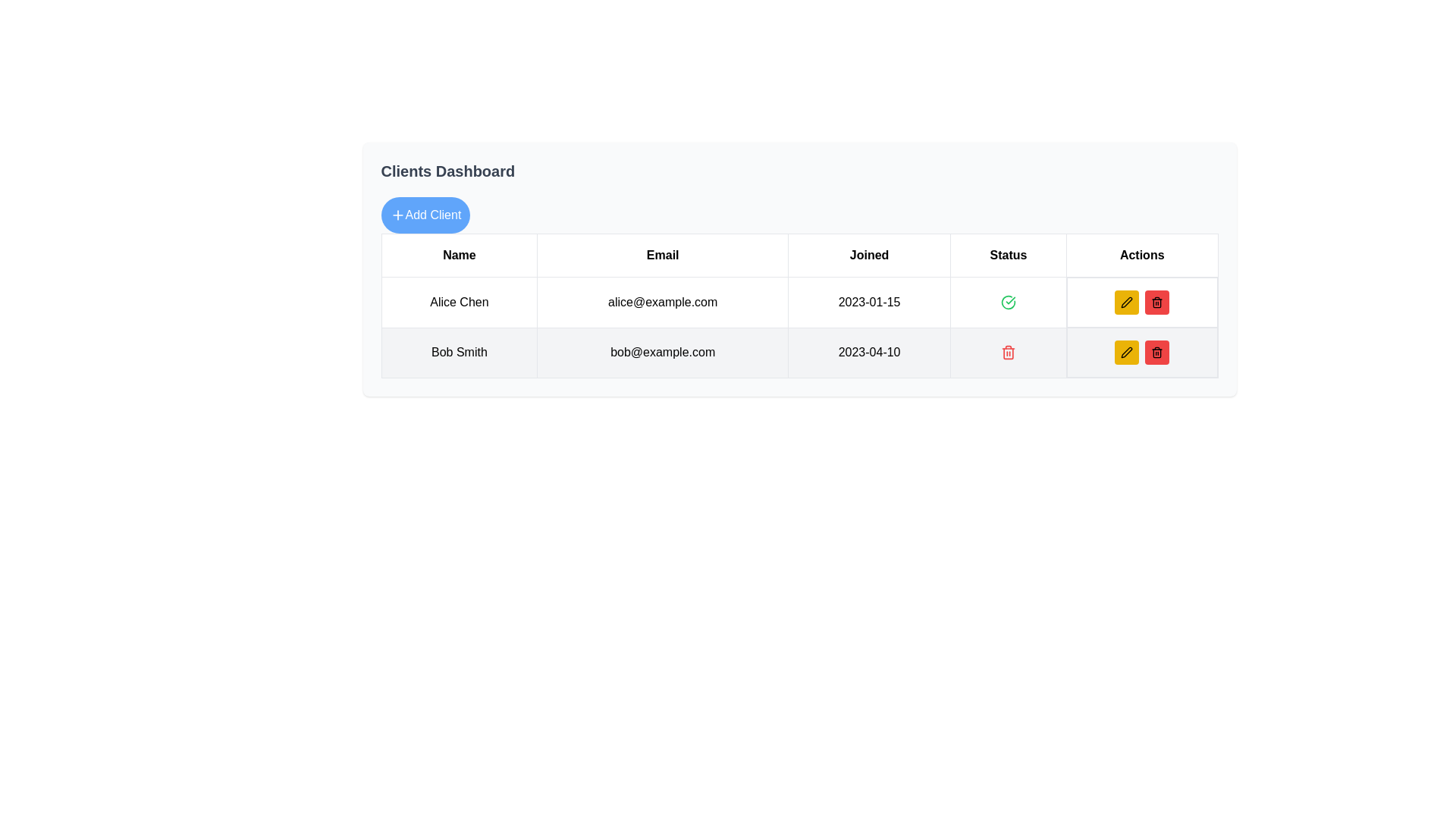 This screenshot has width=1456, height=819. Describe the element at coordinates (458, 353) in the screenshot. I see `the text 'Bob Smith' in the table cell located in the second row under the 'Name' column, which is centered within a bordered box` at that location.